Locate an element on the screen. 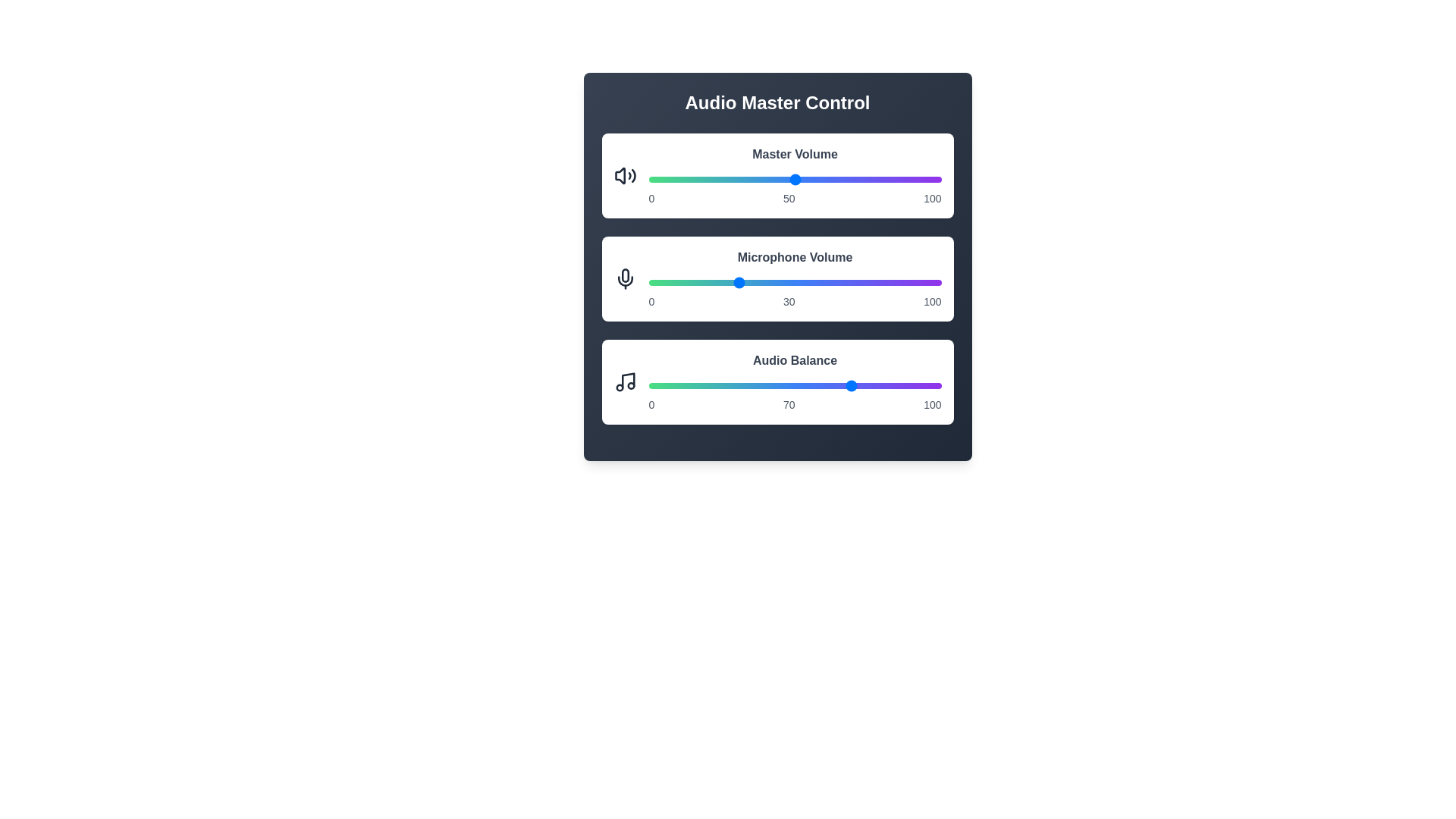 The height and width of the screenshot is (819, 1456). the volume icon to focus on the respective control is located at coordinates (625, 174).